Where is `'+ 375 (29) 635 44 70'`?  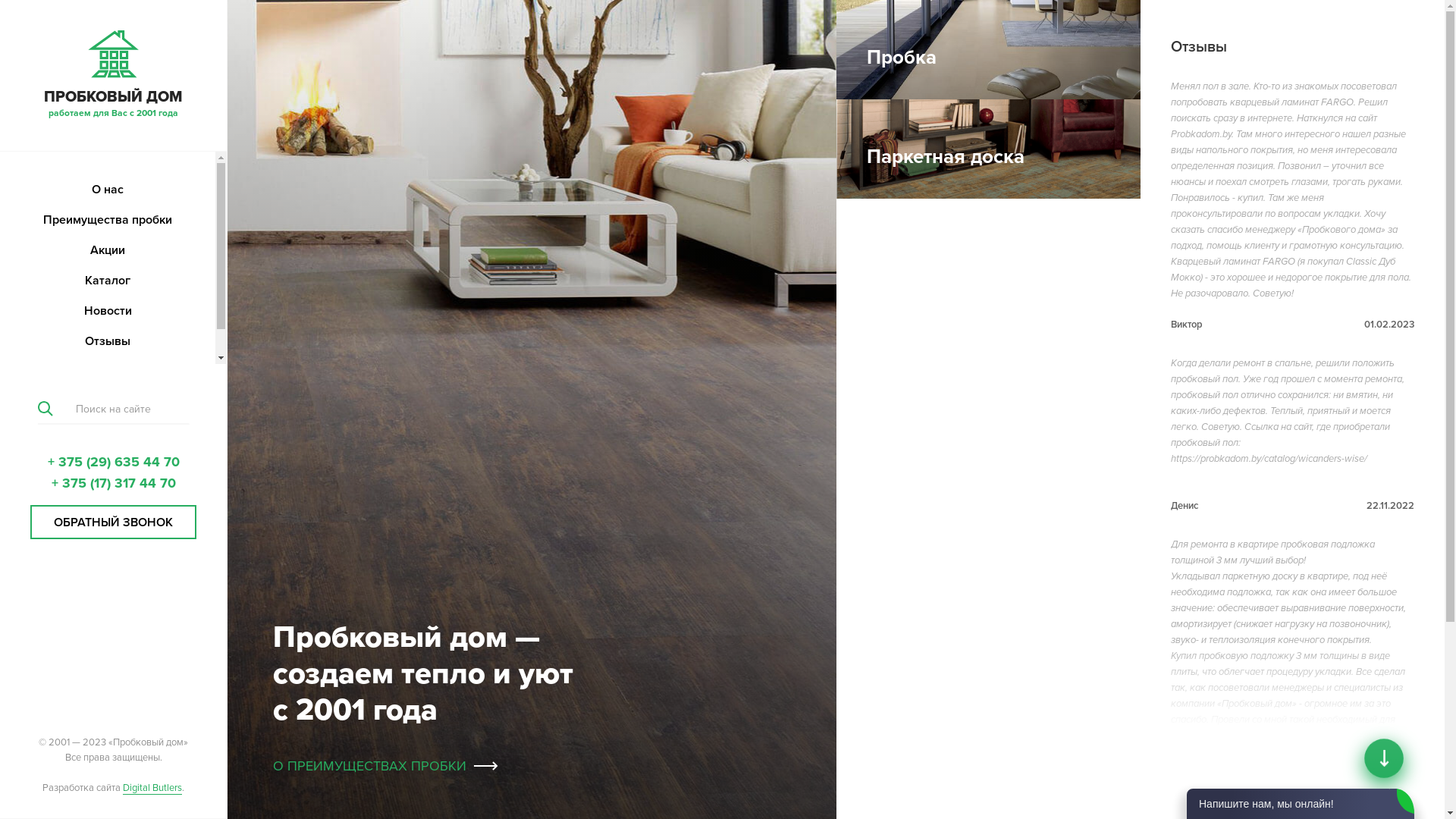 '+ 375 (29) 635 44 70' is located at coordinates (111, 461).